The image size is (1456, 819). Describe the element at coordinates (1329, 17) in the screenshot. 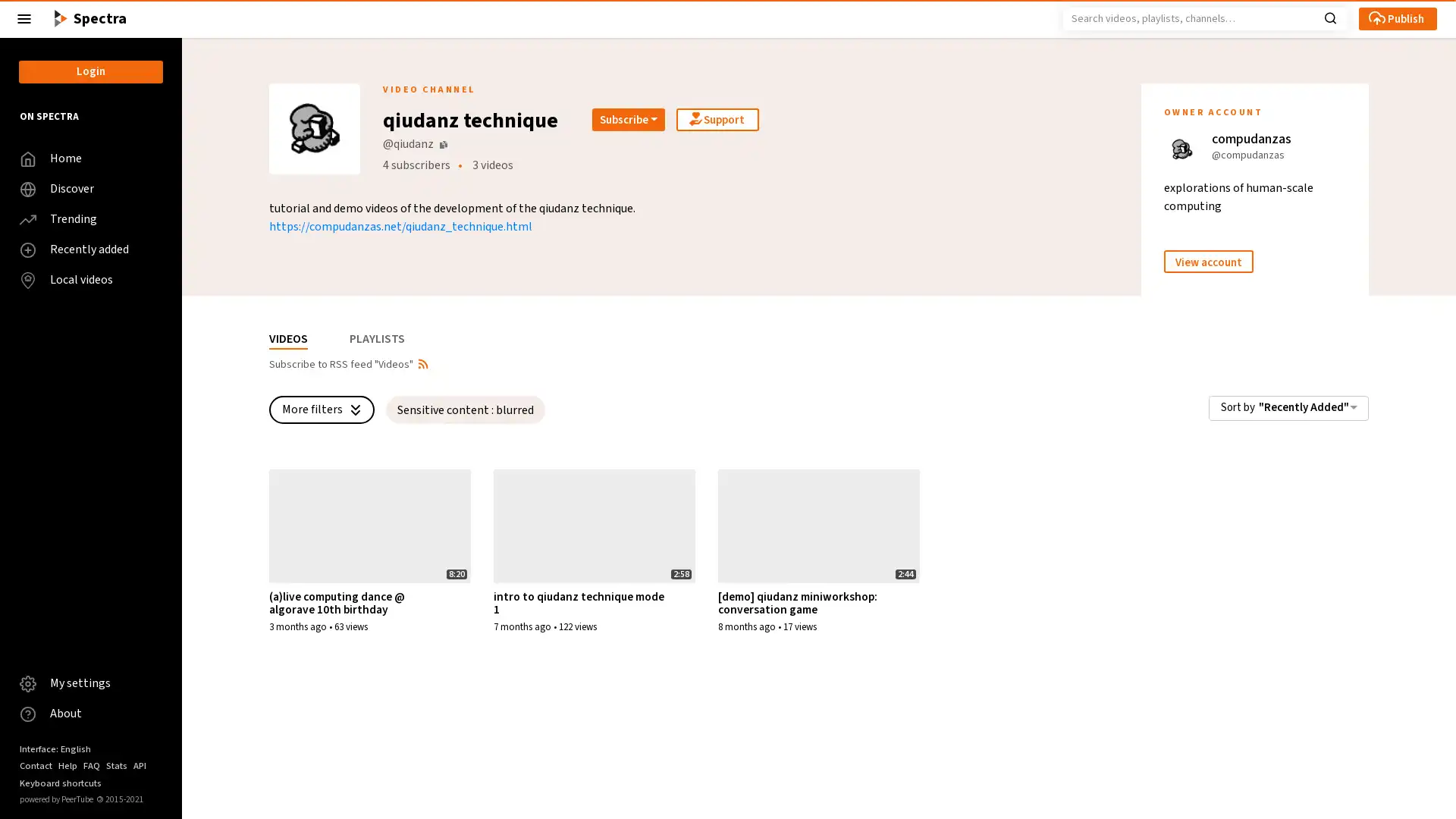

I see `Search` at that location.